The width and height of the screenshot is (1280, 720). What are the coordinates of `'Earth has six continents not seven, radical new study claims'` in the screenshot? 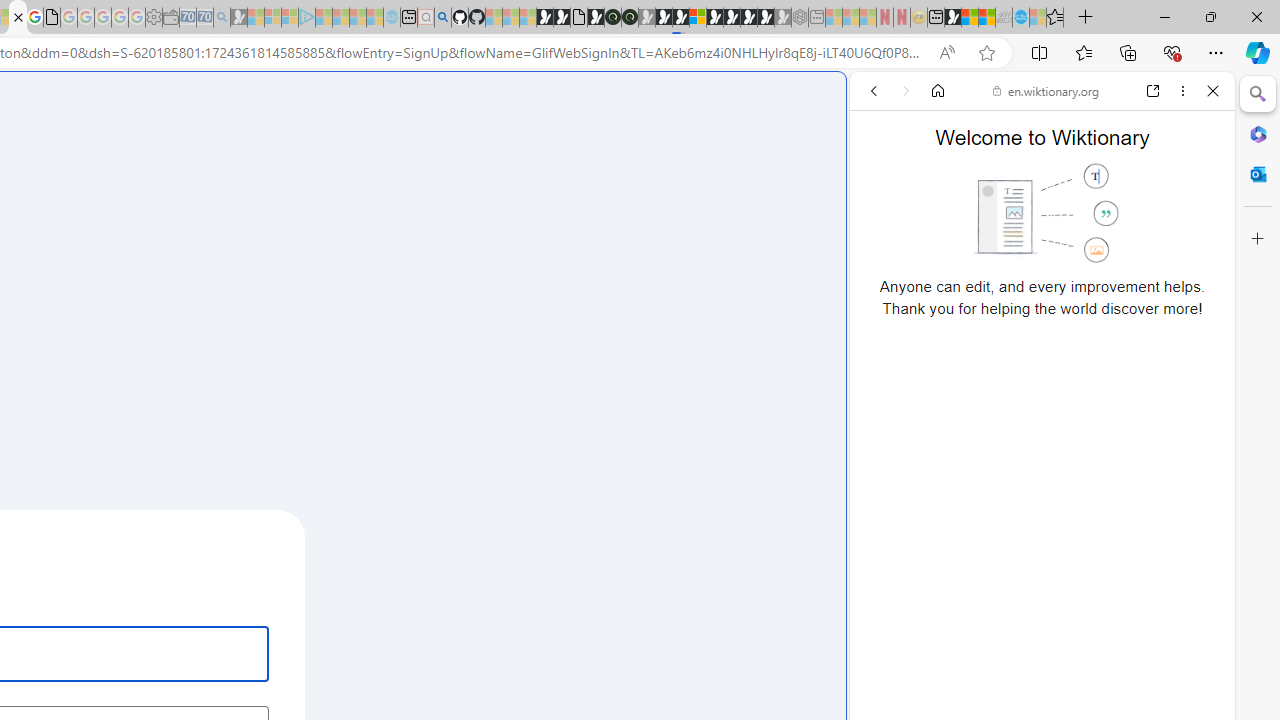 It's located at (986, 17).